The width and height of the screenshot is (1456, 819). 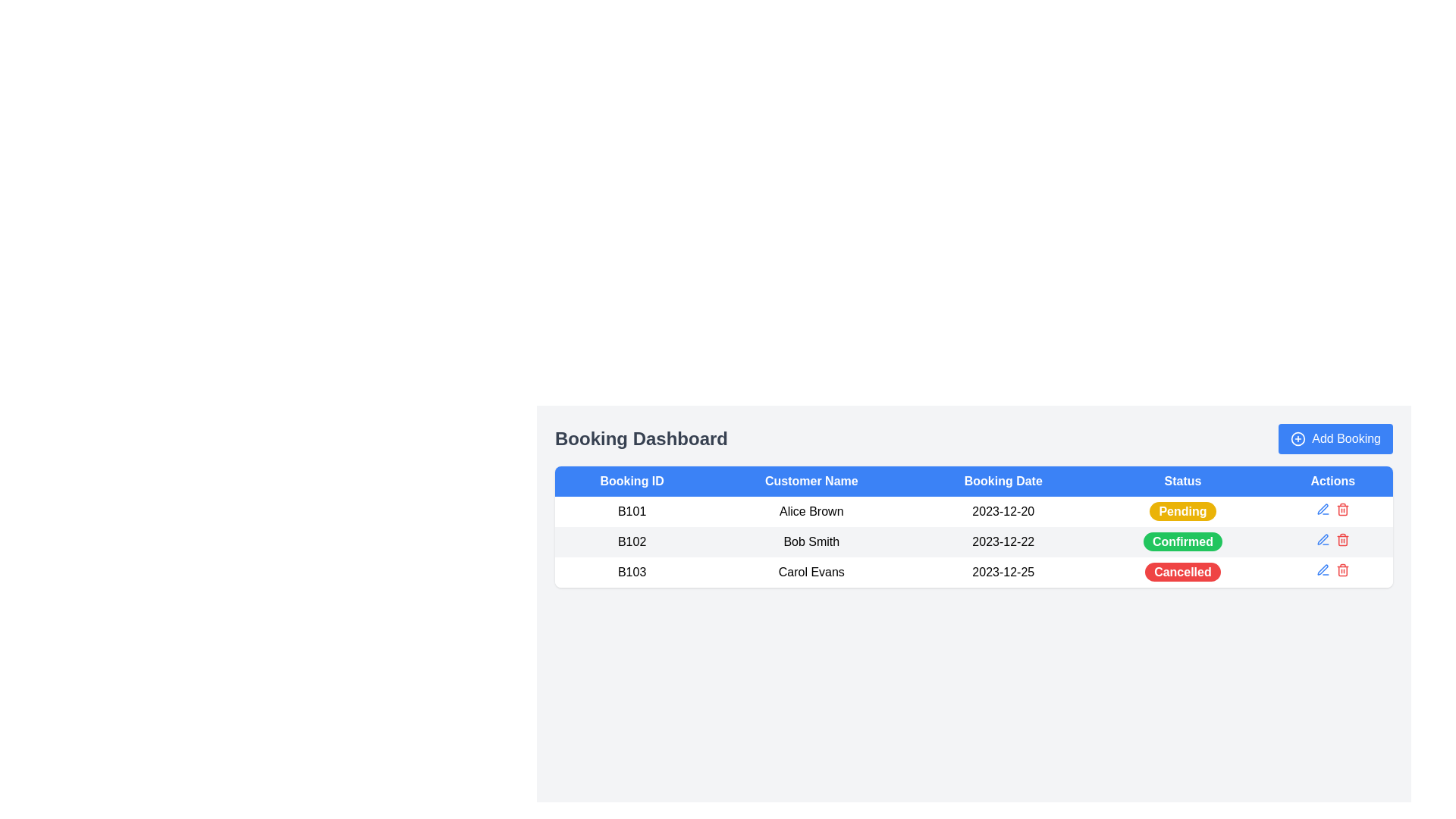 I want to click on the text in the second cell of the 'Customer Name' column for the booking record labeled B101 in the data table, so click(x=811, y=512).